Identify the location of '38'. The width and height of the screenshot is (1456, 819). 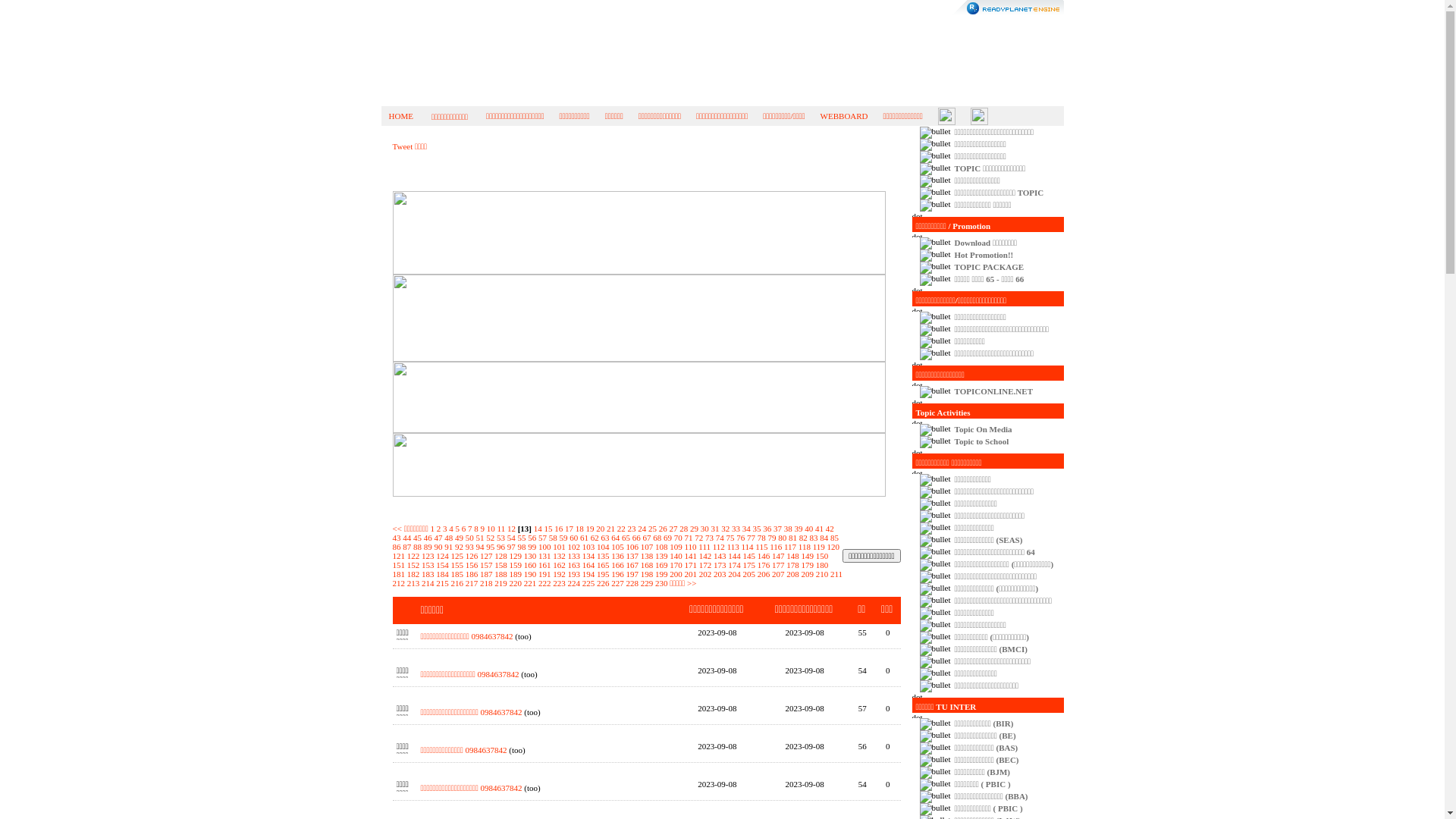
(783, 528).